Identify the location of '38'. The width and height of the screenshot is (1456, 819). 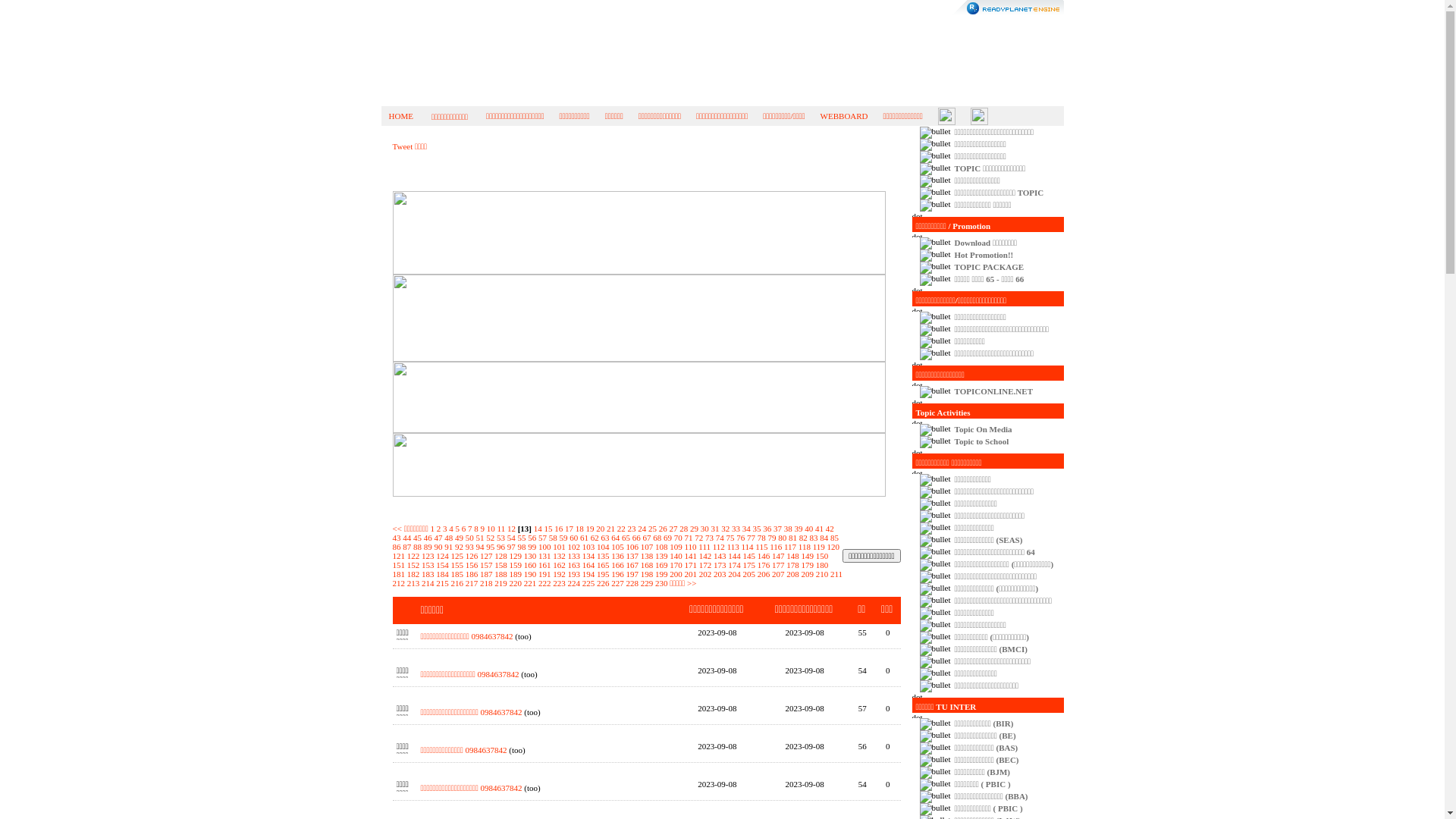
(783, 528).